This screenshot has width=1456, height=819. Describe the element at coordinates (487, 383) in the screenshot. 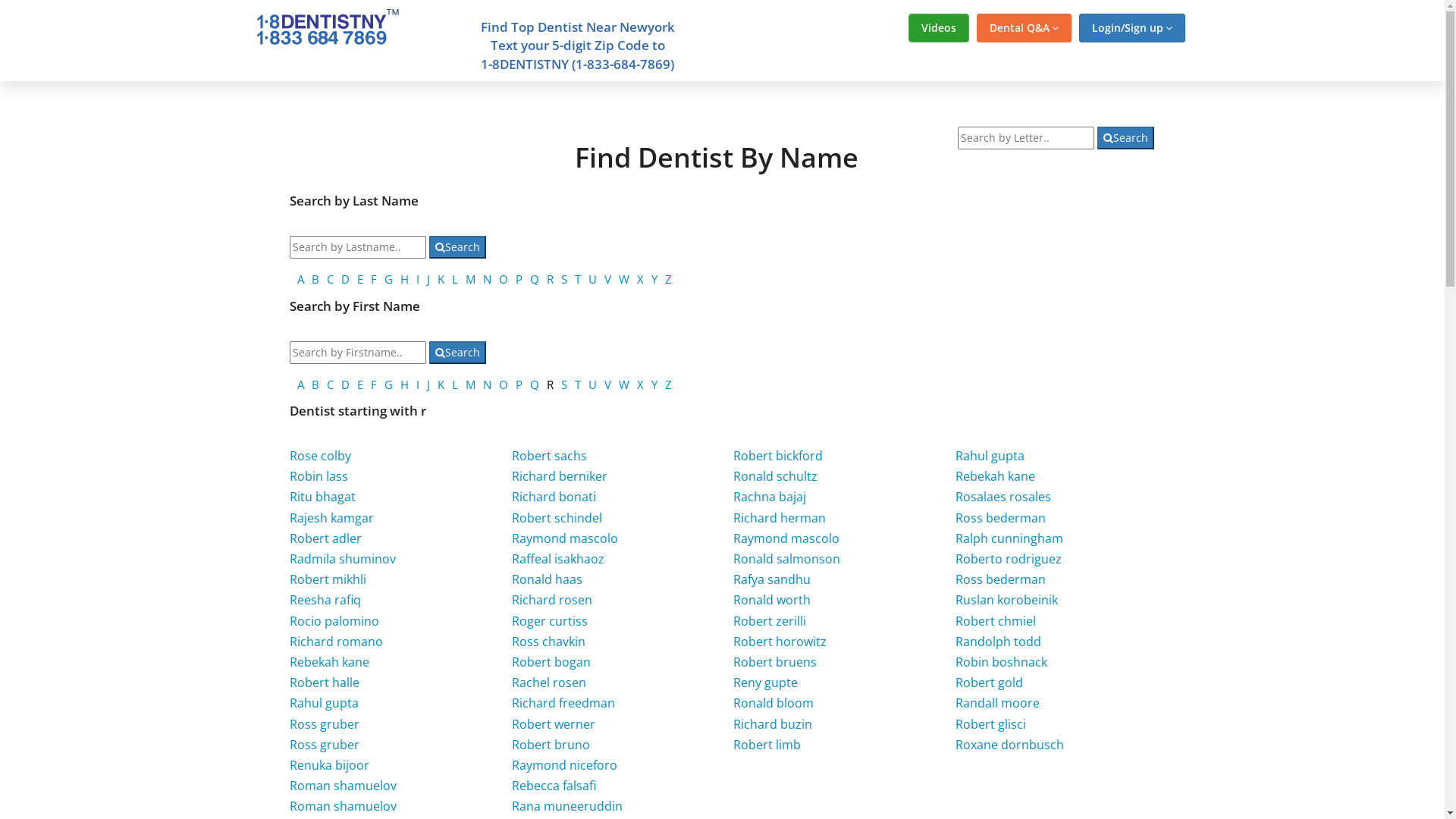

I see `'N'` at that location.